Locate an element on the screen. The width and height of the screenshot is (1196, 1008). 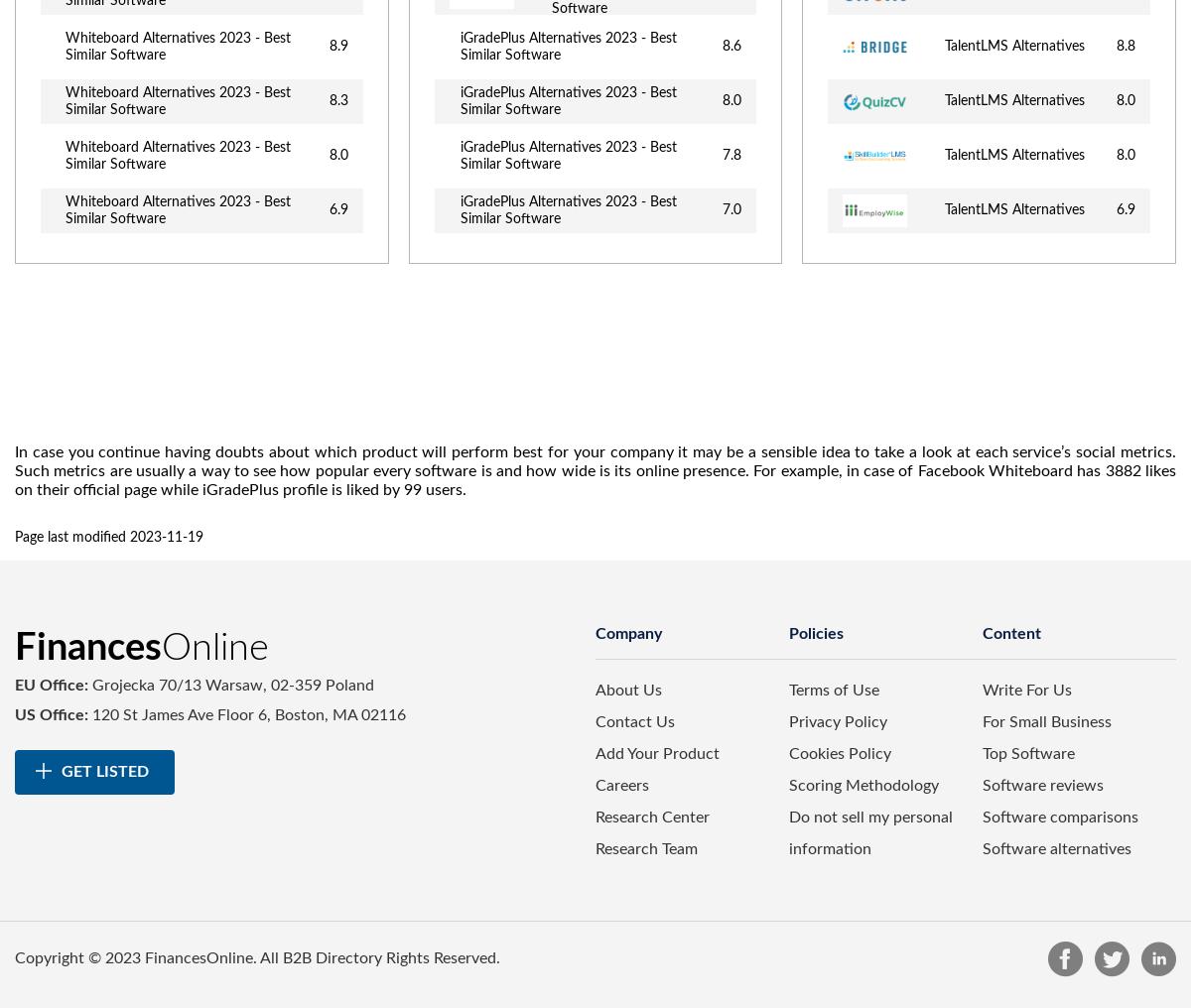
'Software reviews' is located at coordinates (1042, 784).